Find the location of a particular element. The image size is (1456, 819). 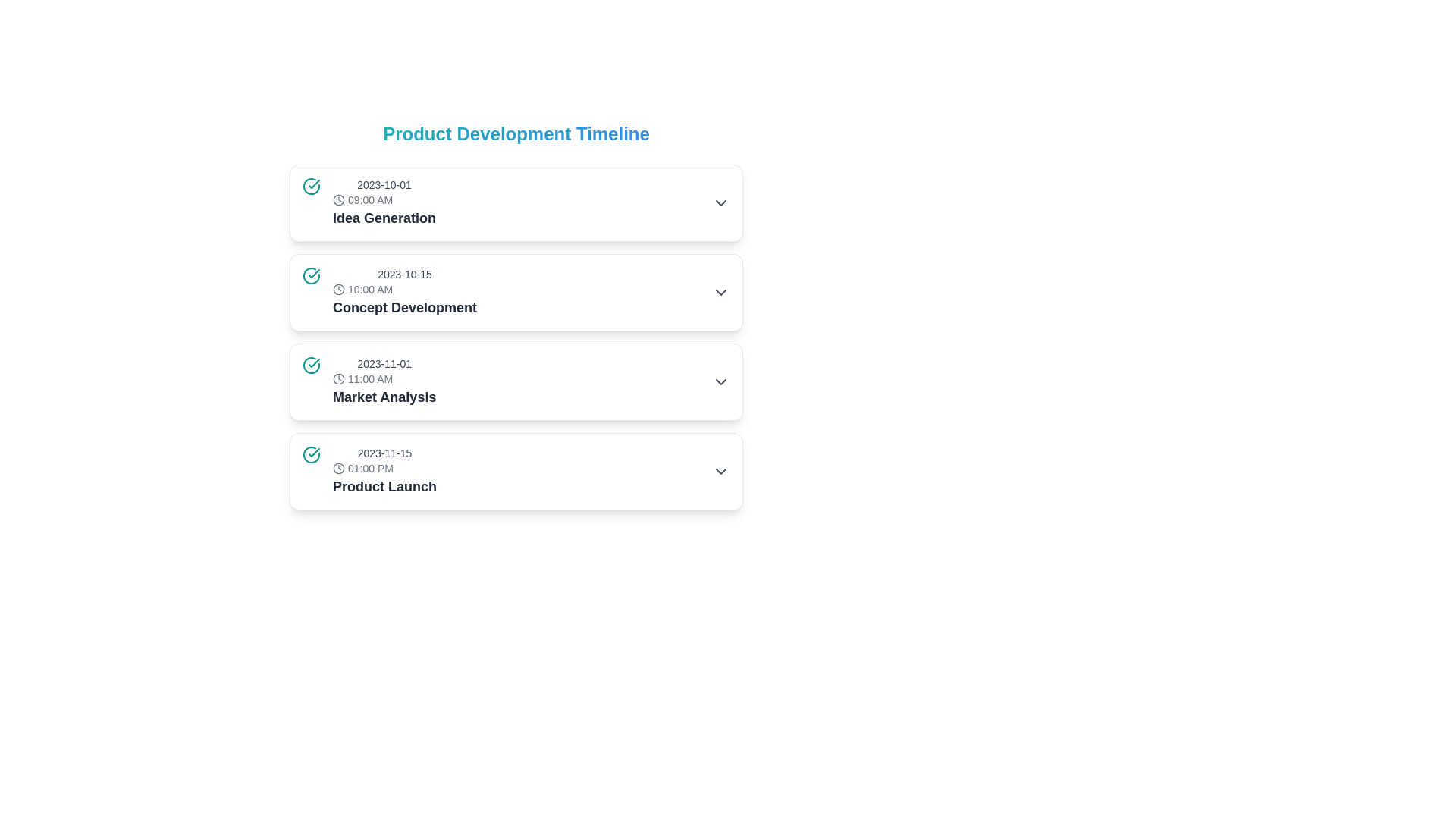

the clock icon representing the starting time of the 'Idea Generation' event located at the top left of the '09:00 AM' timestamp in the first card is located at coordinates (337, 199).